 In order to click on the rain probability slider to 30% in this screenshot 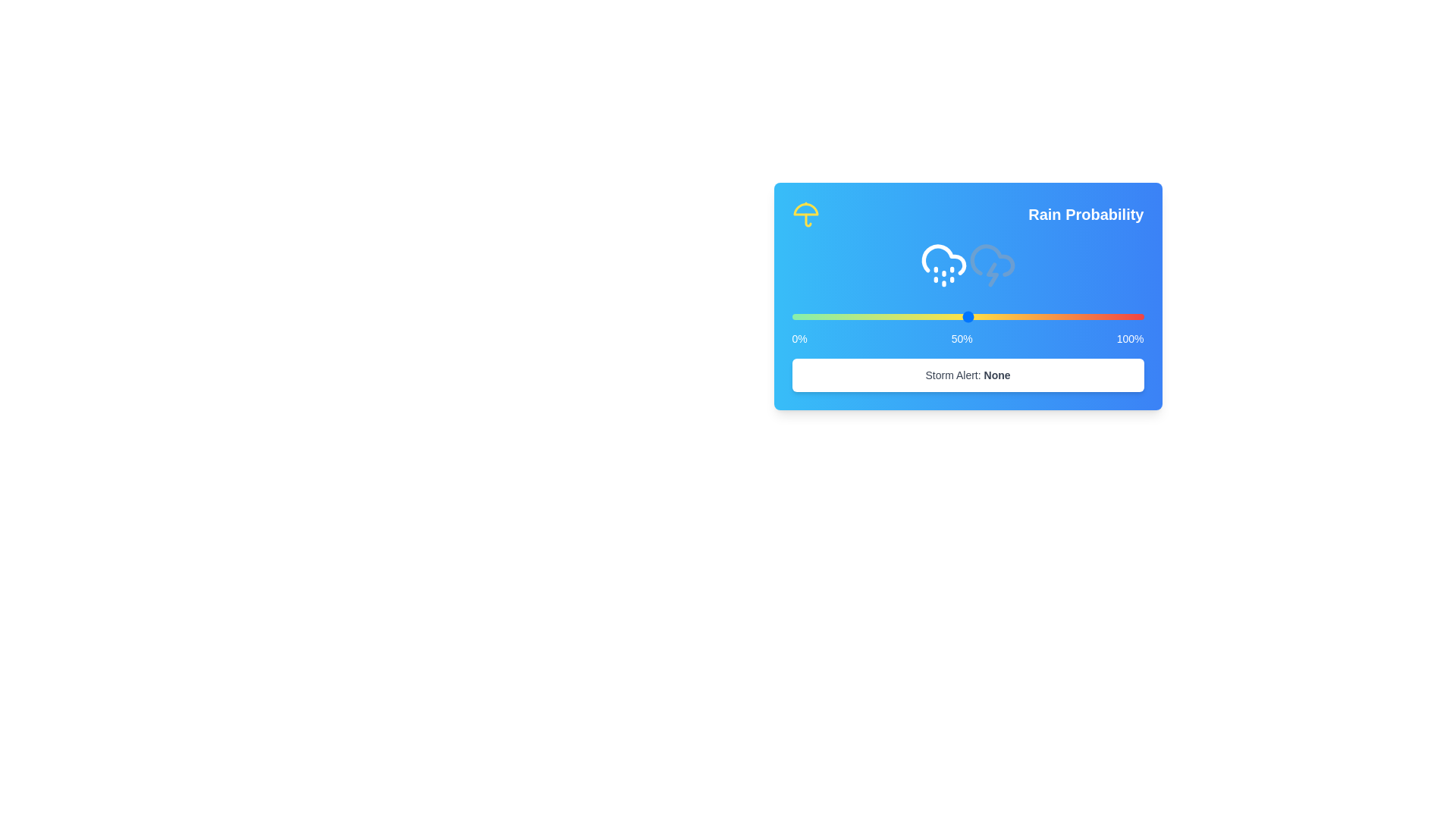, I will do `click(897, 315)`.